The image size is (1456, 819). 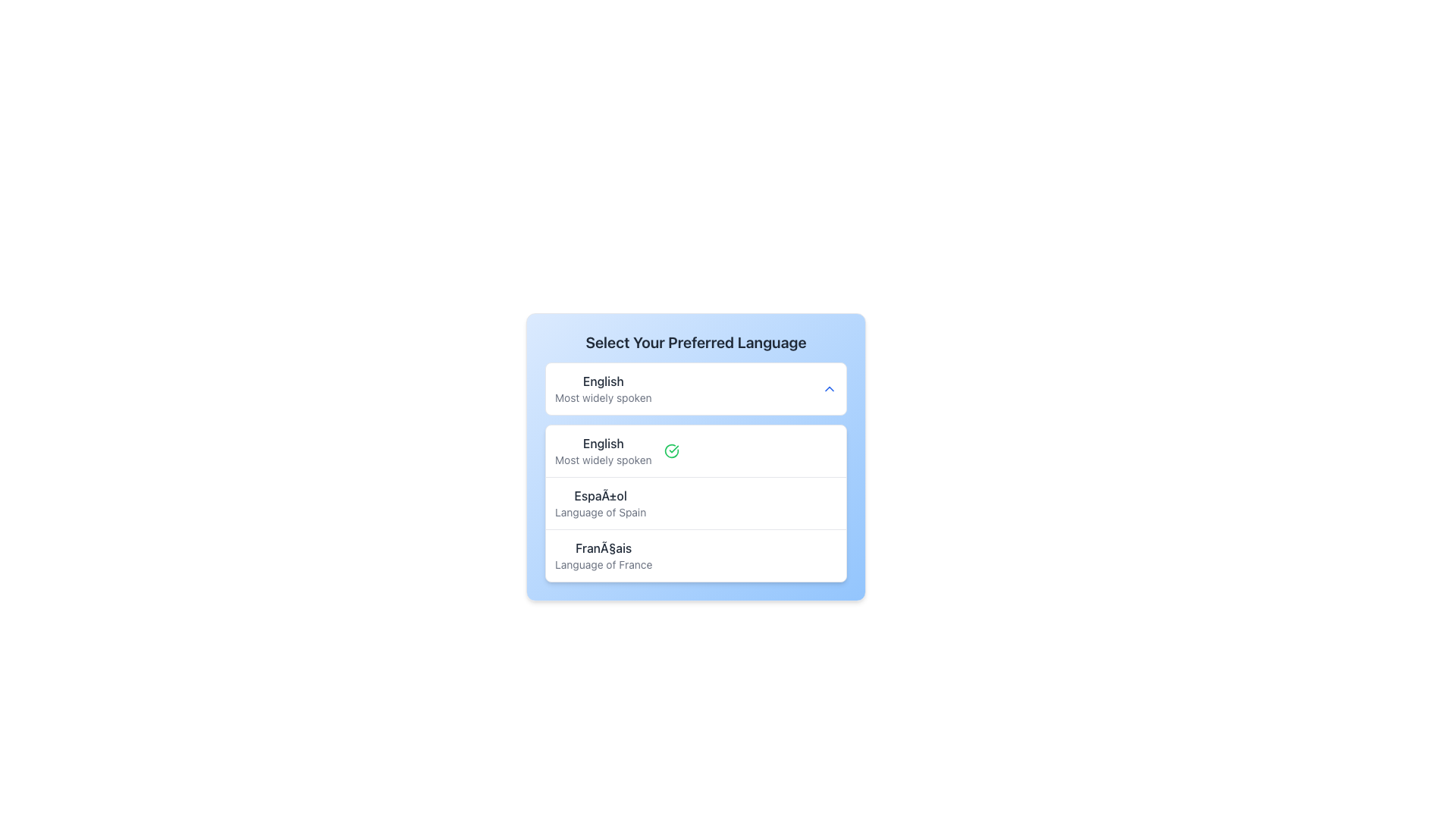 I want to click on the text label that displays 'Most widely spoken', which is positioned below the title 'English' in a smaller gray font, near the top of a dropdown component, so click(x=602, y=397).